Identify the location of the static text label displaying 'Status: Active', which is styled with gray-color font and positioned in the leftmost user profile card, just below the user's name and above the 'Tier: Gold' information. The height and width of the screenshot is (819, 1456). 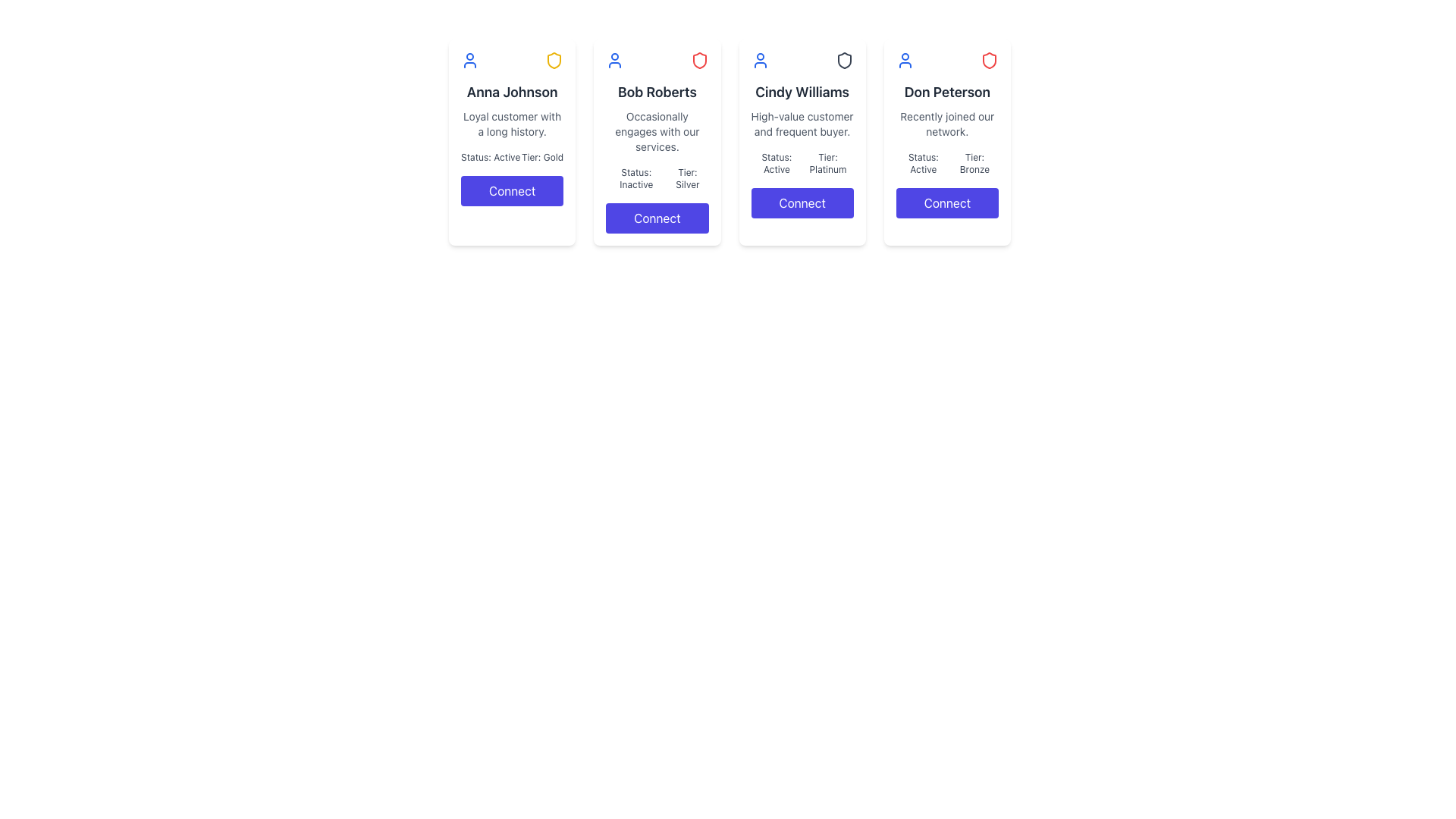
(491, 158).